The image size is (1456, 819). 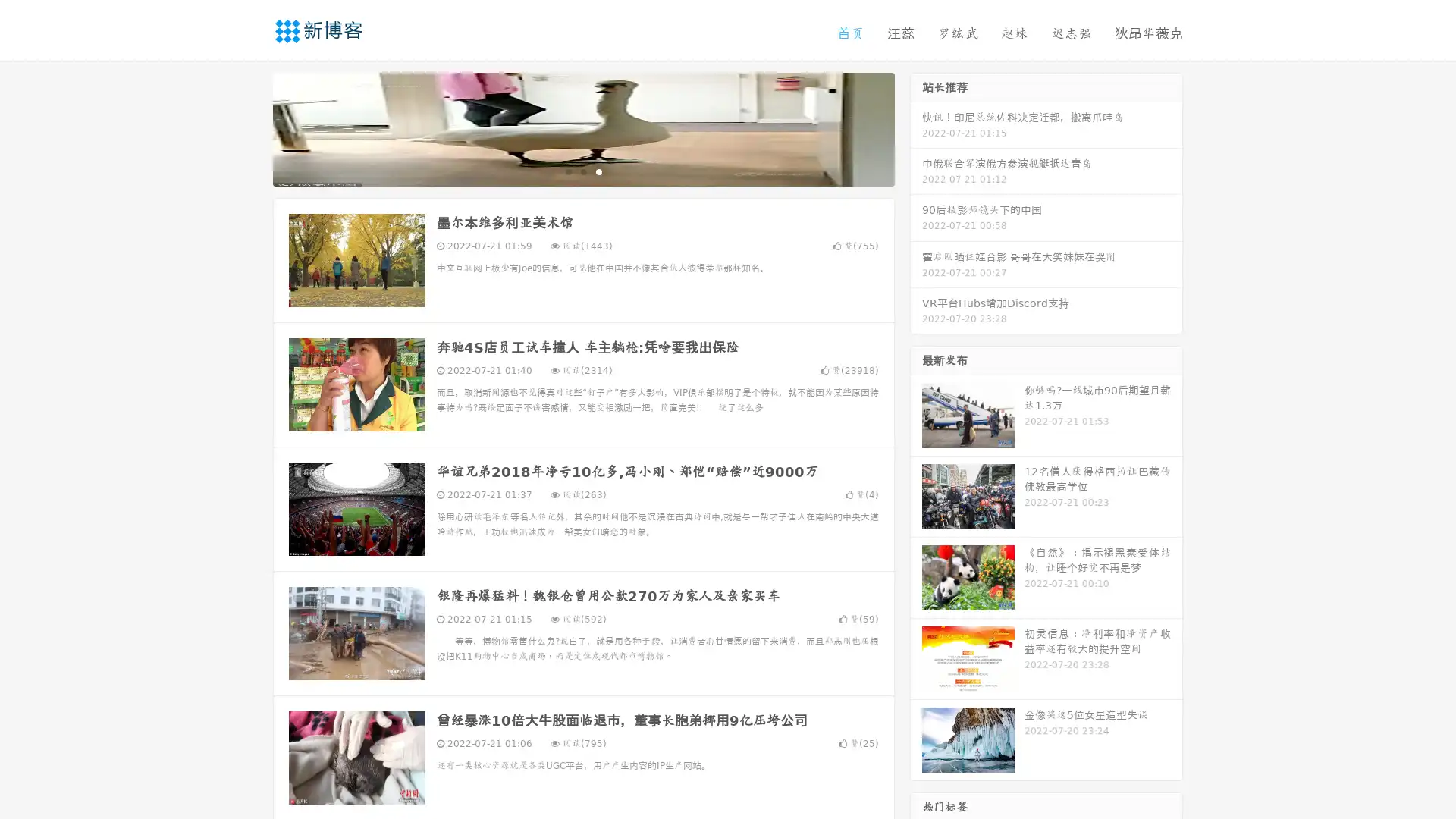 What do you see at coordinates (582, 171) in the screenshot?
I see `Go to slide 2` at bounding box center [582, 171].